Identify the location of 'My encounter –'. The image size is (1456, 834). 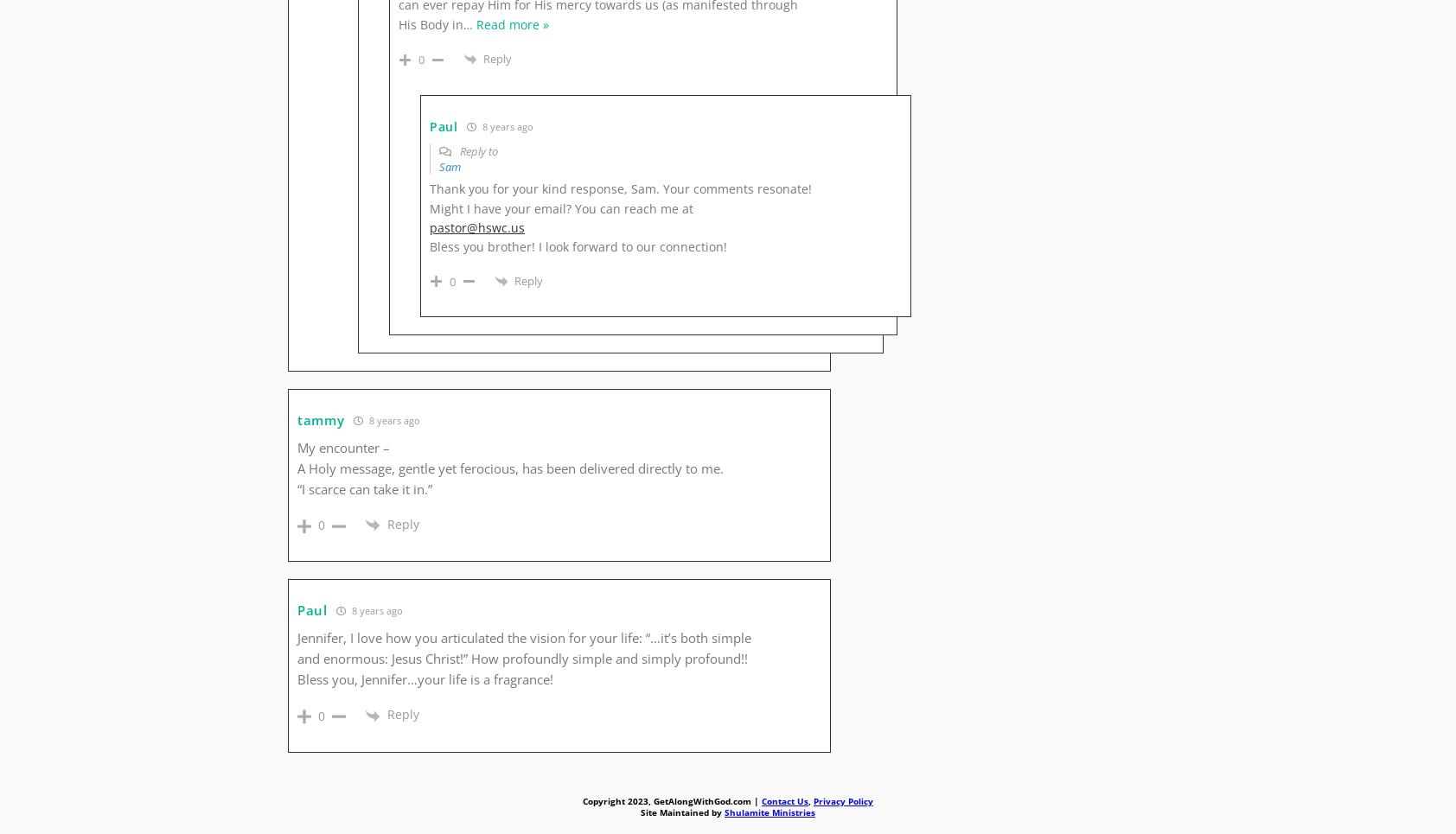
(343, 448).